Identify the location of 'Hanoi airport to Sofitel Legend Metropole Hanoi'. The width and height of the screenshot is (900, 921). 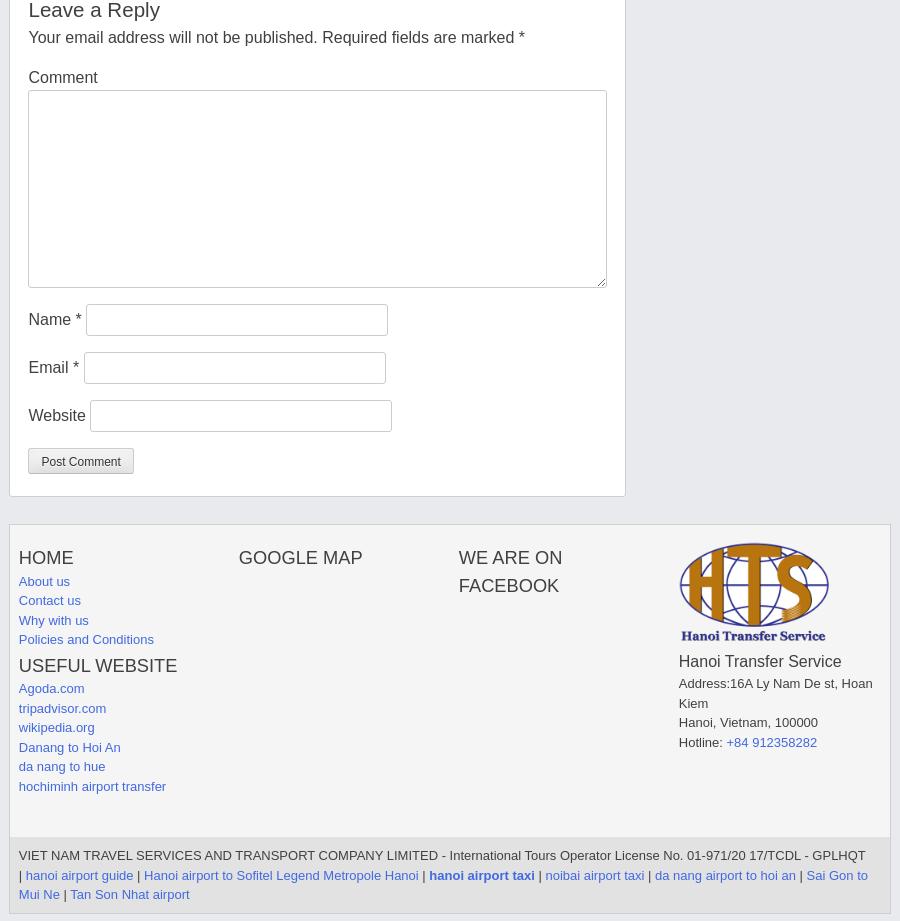
(279, 873).